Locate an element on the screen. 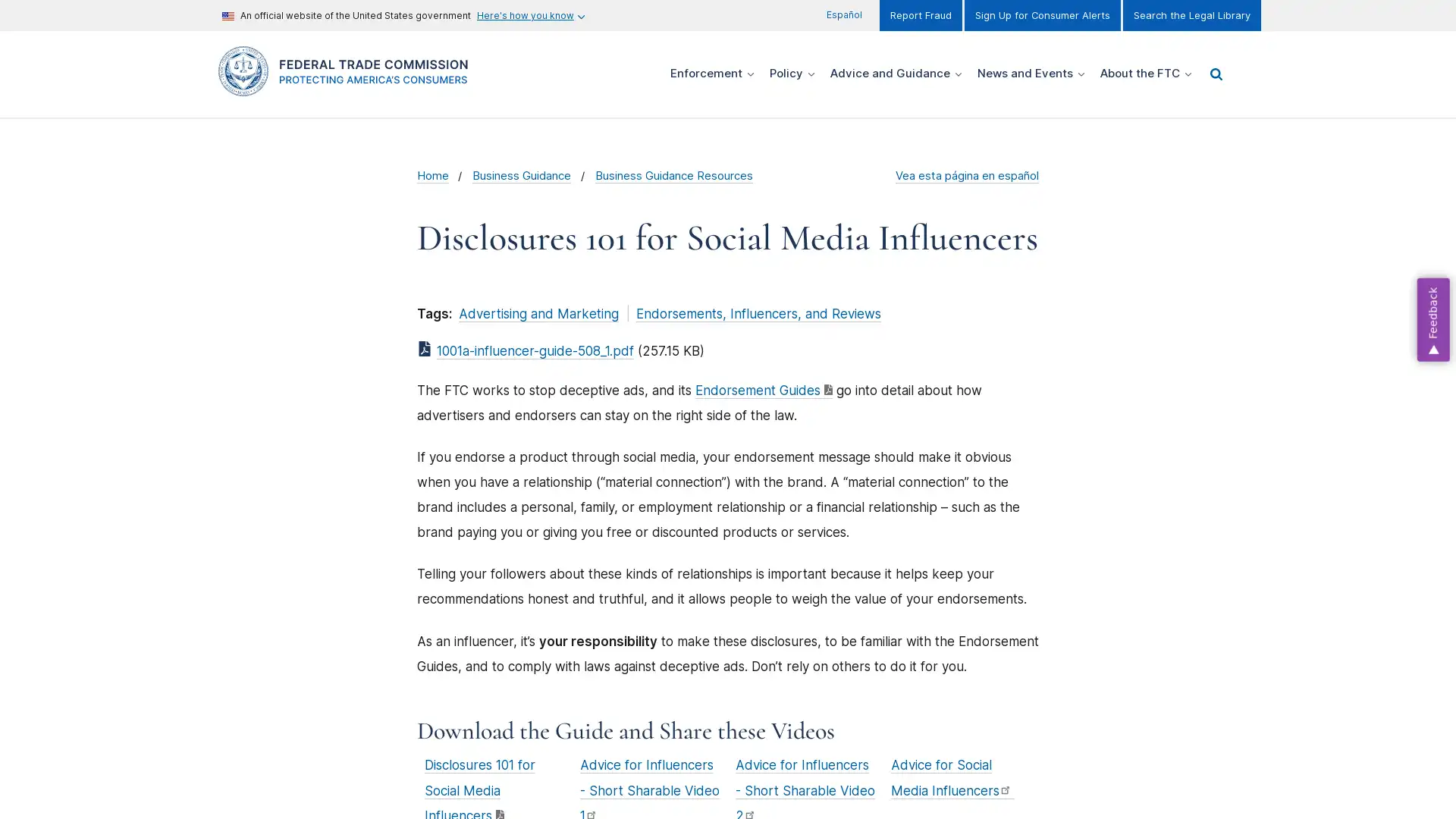  Here's how you know is located at coordinates (530, 15).